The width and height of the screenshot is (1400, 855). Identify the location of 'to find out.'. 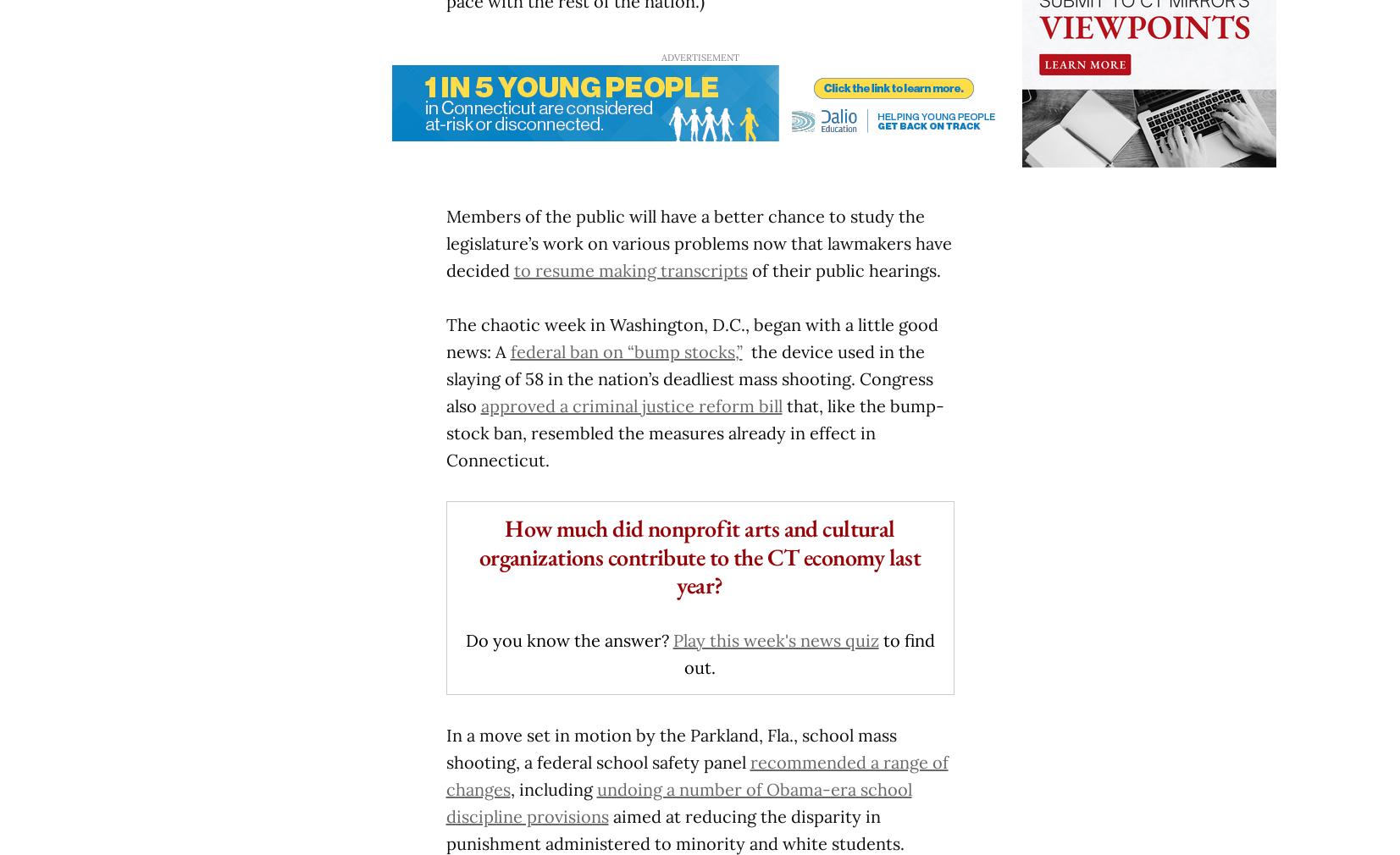
(809, 653).